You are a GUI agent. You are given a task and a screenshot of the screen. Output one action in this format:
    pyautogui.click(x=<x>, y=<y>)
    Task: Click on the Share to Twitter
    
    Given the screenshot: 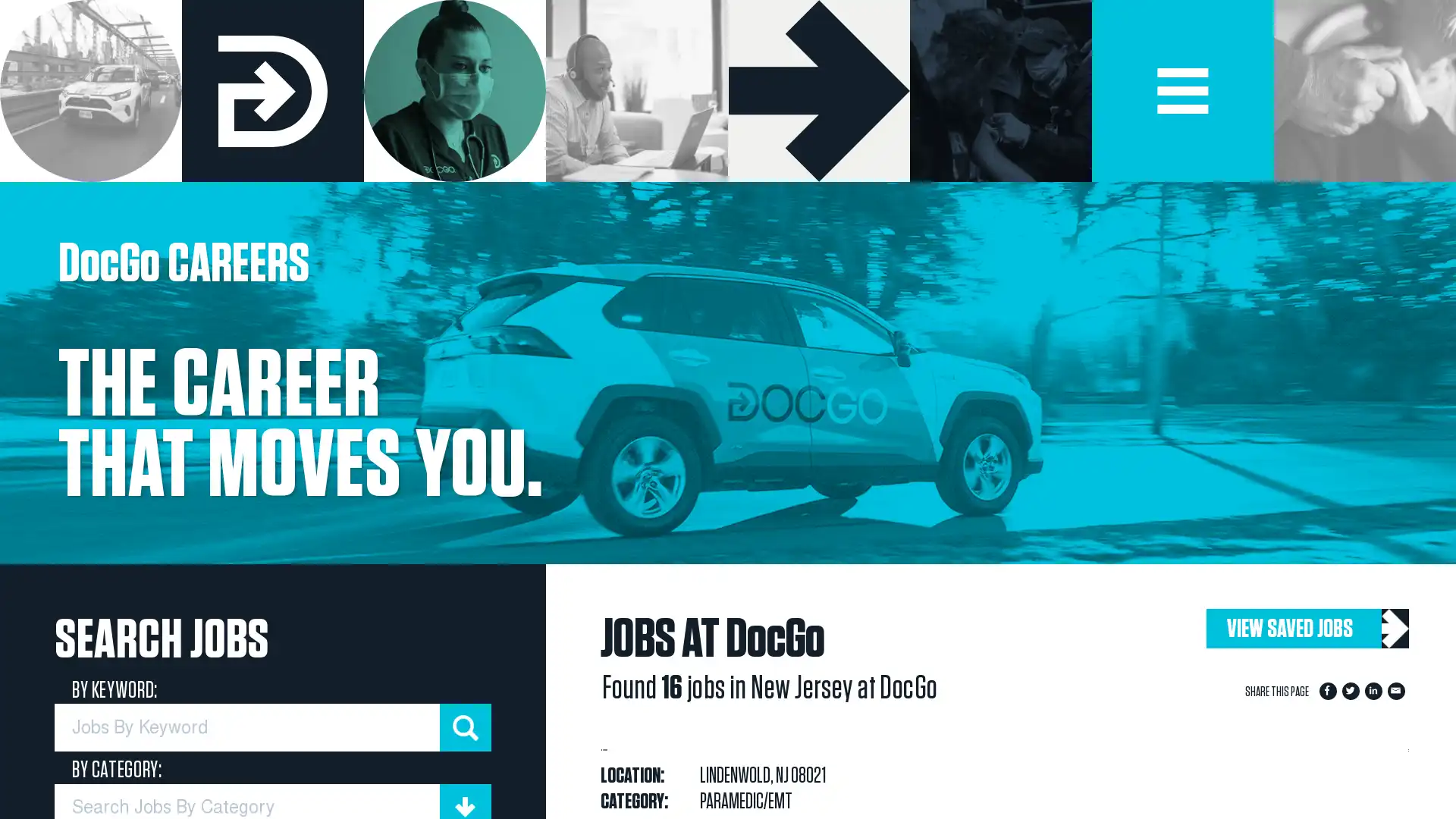 What is the action you would take?
    pyautogui.click(x=1357, y=690)
    